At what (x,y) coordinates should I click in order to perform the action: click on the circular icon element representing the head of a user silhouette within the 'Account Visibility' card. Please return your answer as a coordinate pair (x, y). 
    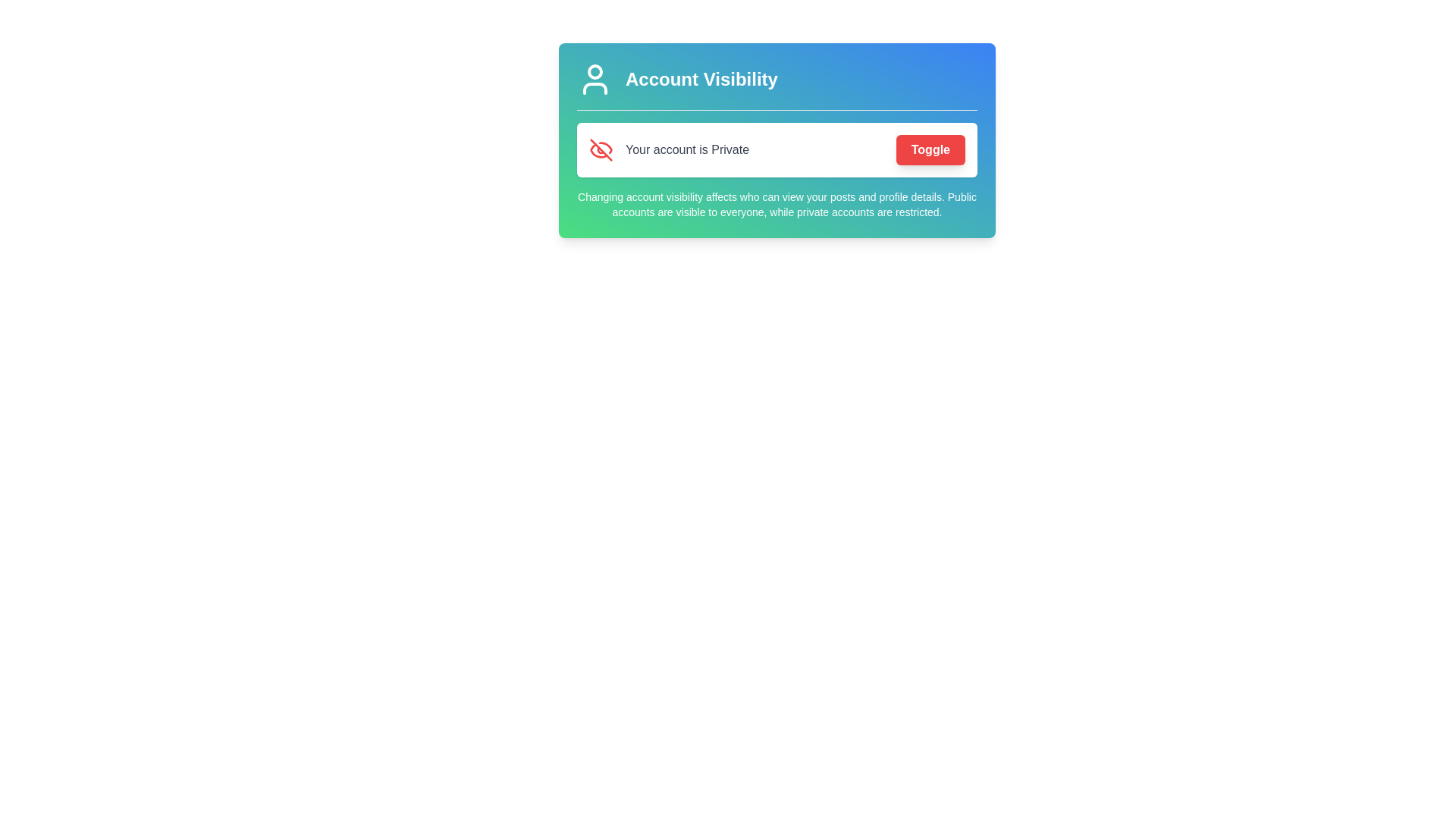
    Looking at the image, I should click on (595, 72).